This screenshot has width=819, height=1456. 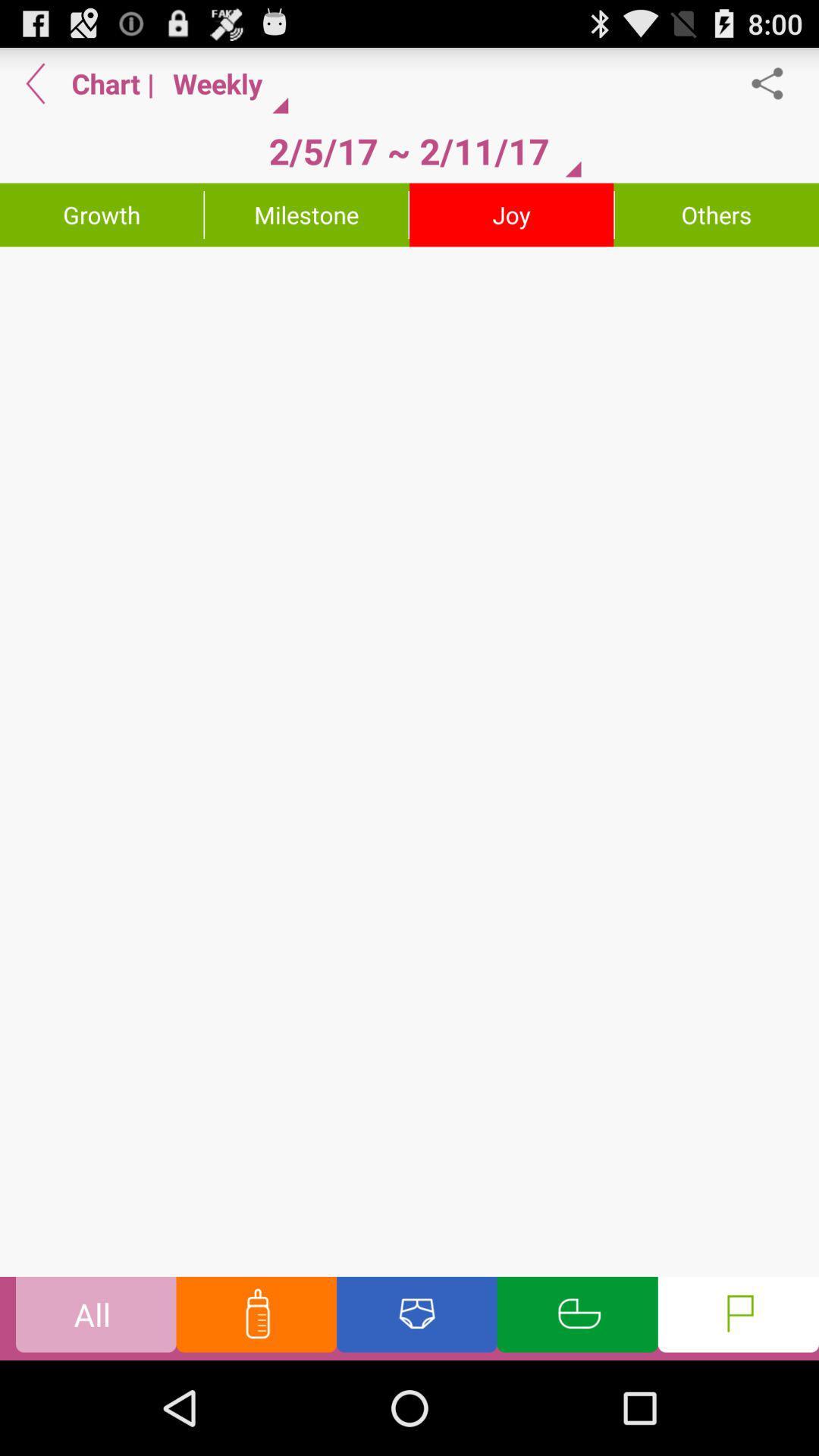 What do you see at coordinates (775, 83) in the screenshot?
I see `the icon above the others button` at bounding box center [775, 83].